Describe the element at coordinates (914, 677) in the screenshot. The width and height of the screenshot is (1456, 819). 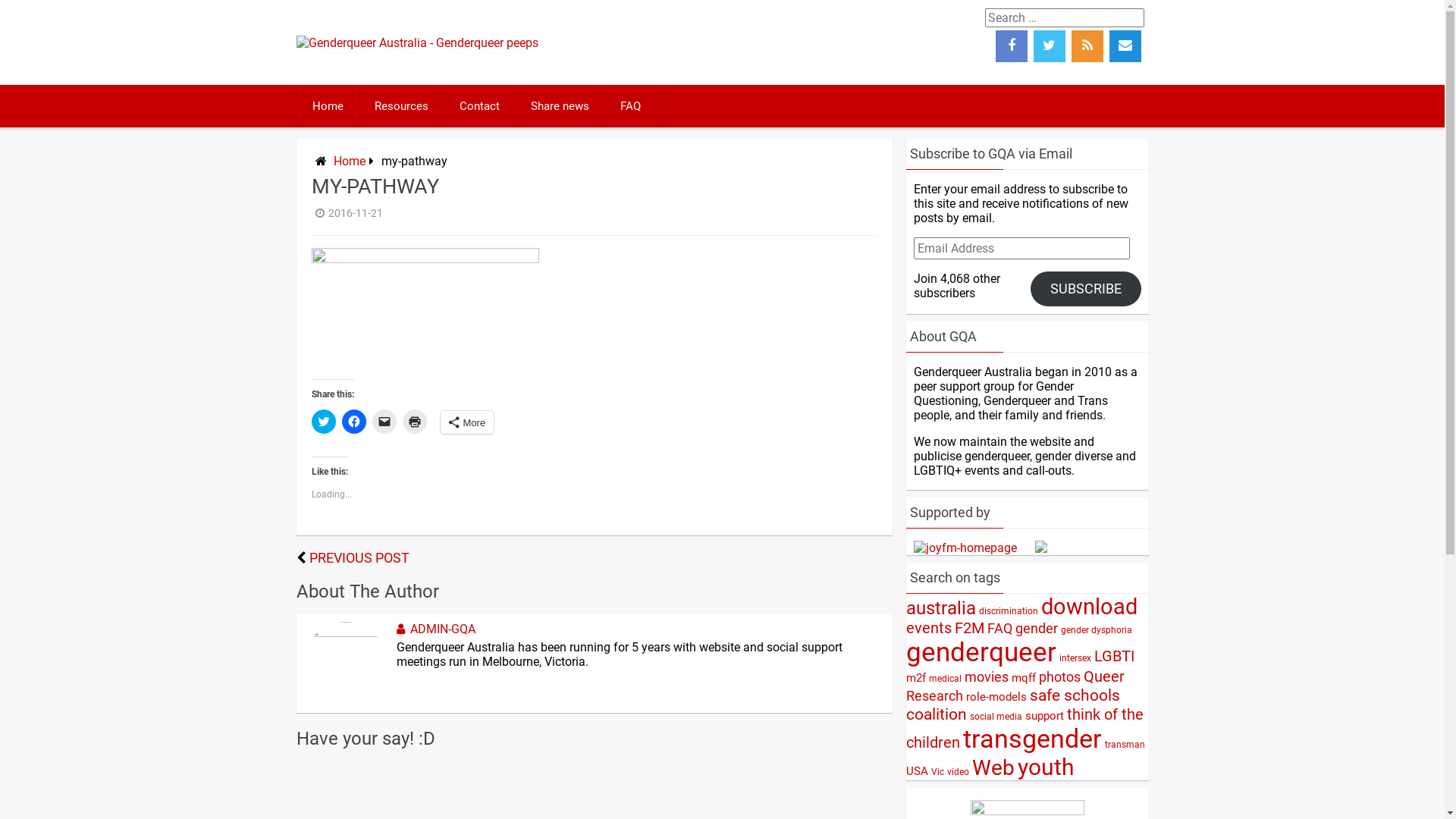
I see `'m2f'` at that location.